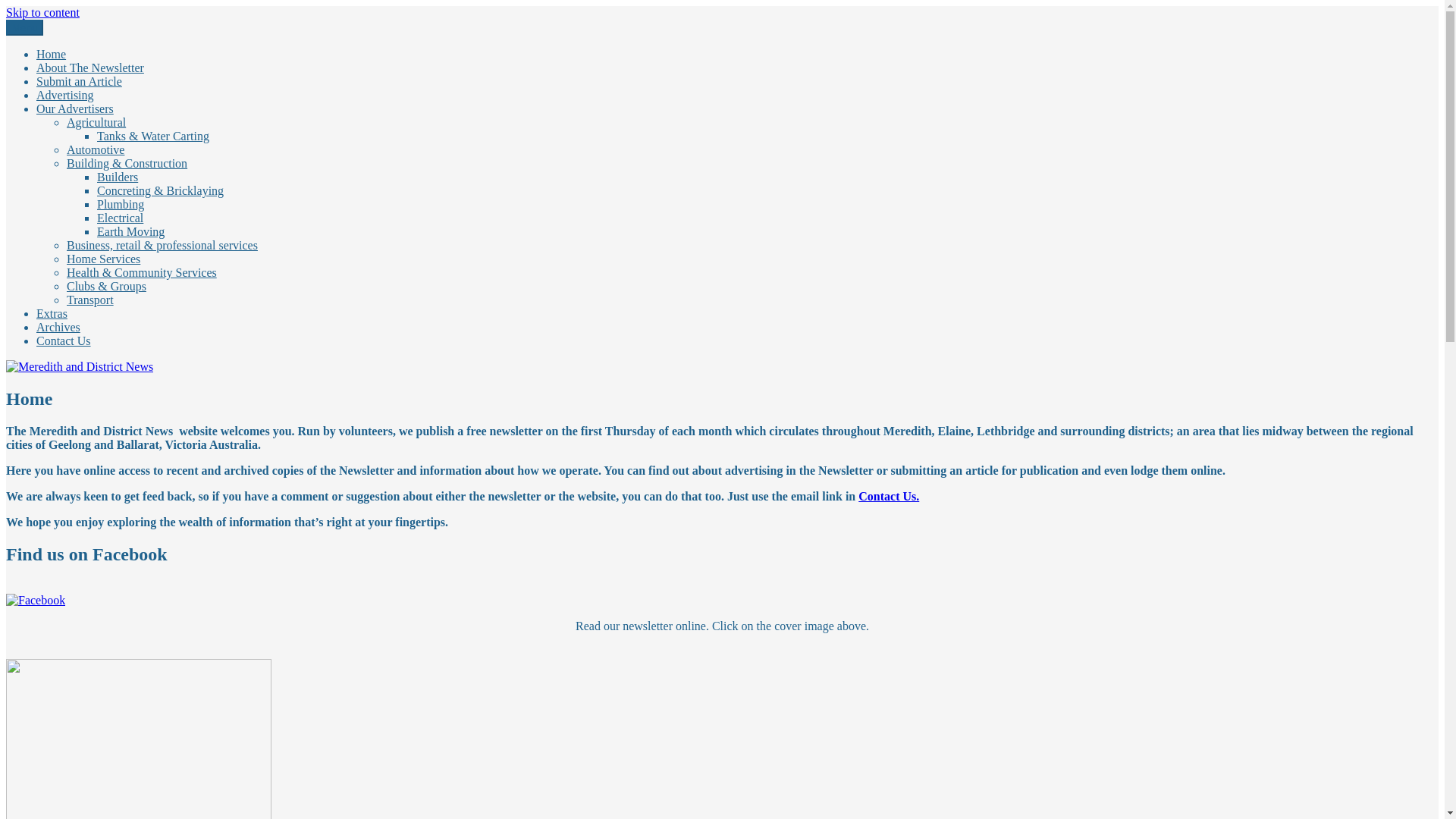  Describe the element at coordinates (36, 81) in the screenshot. I see `'Submit an Article'` at that location.